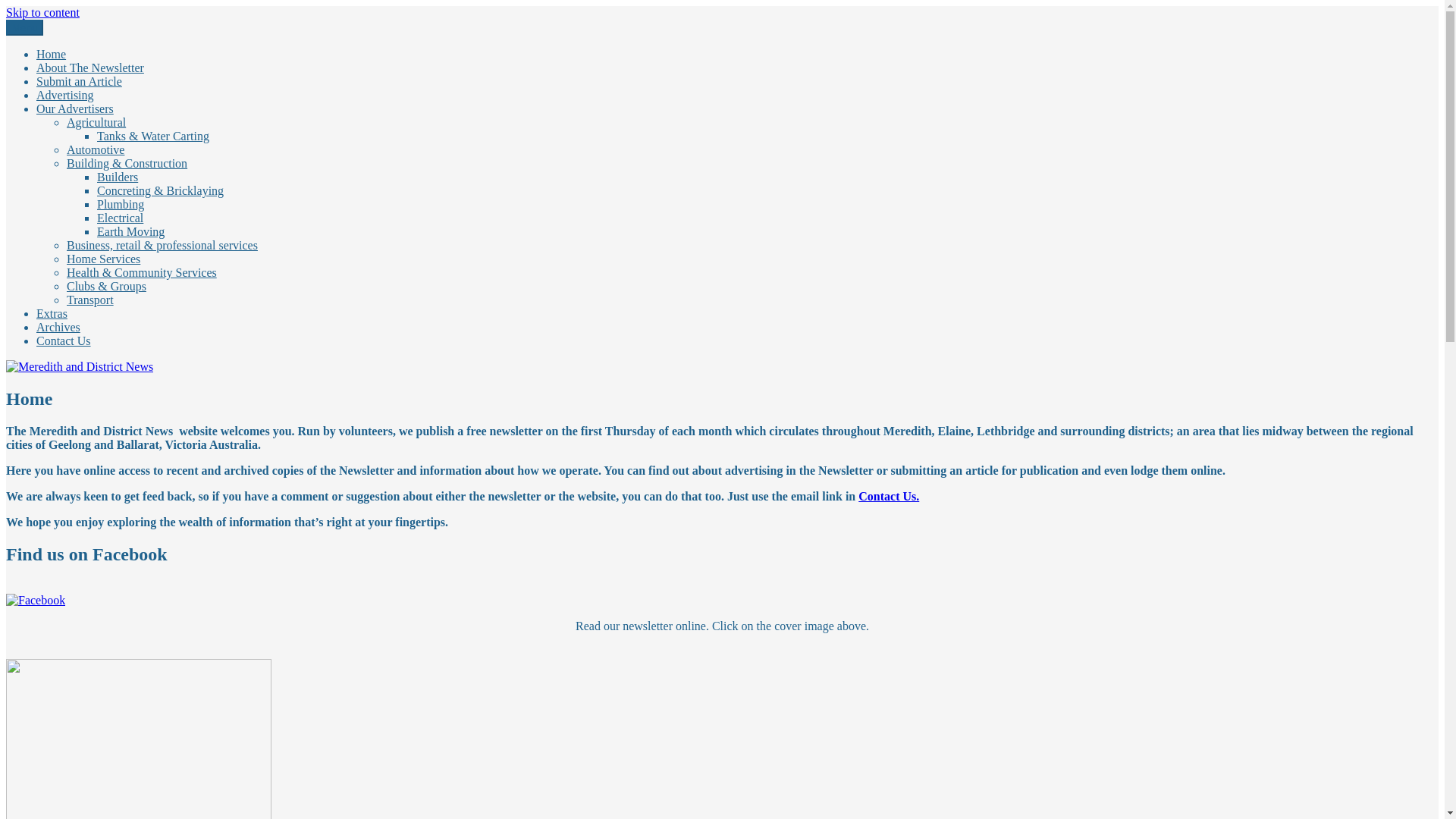  Describe the element at coordinates (36, 81) in the screenshot. I see `'Submit an Article'` at that location.